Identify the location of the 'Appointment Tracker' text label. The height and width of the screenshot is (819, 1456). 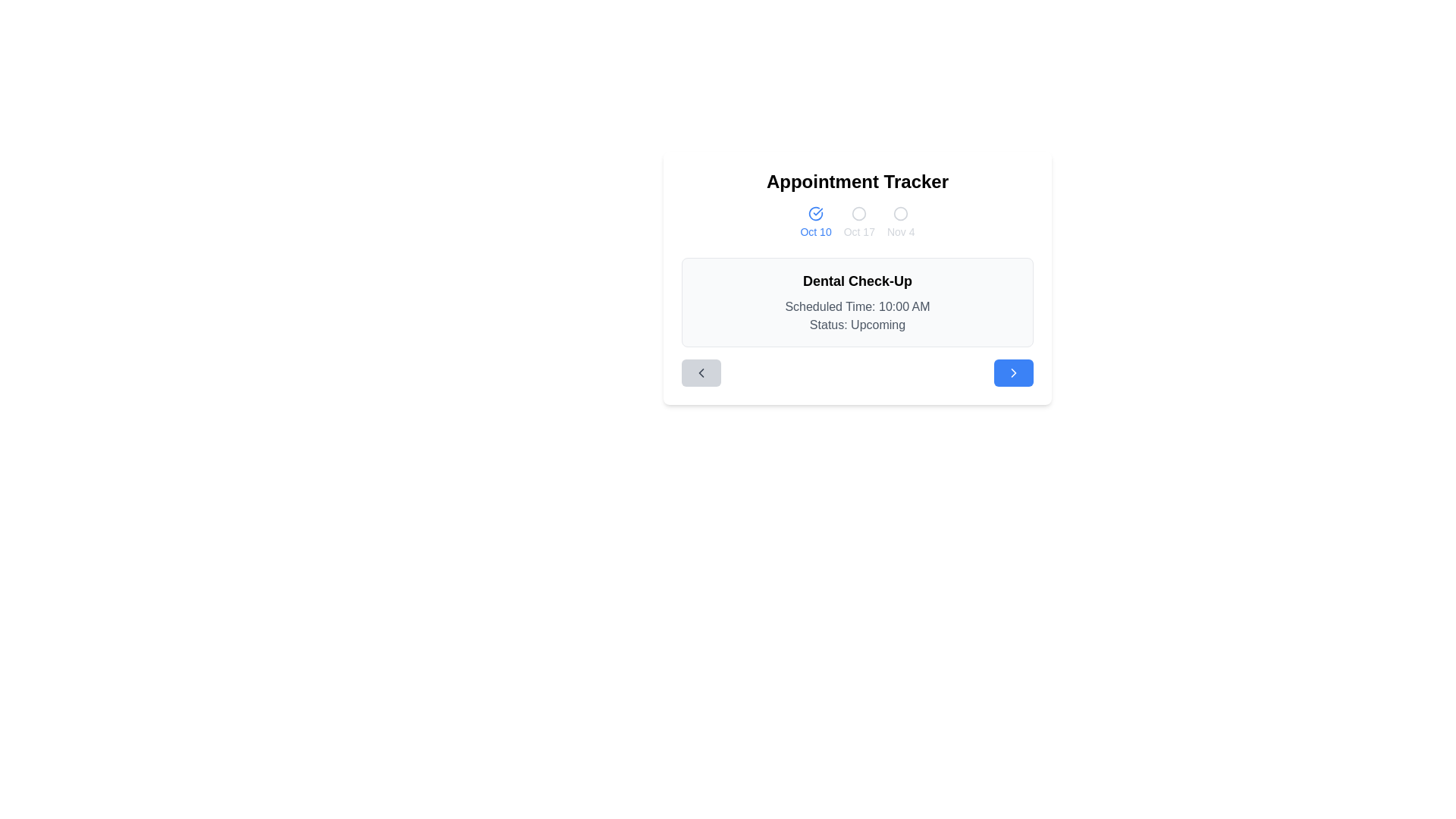
(858, 180).